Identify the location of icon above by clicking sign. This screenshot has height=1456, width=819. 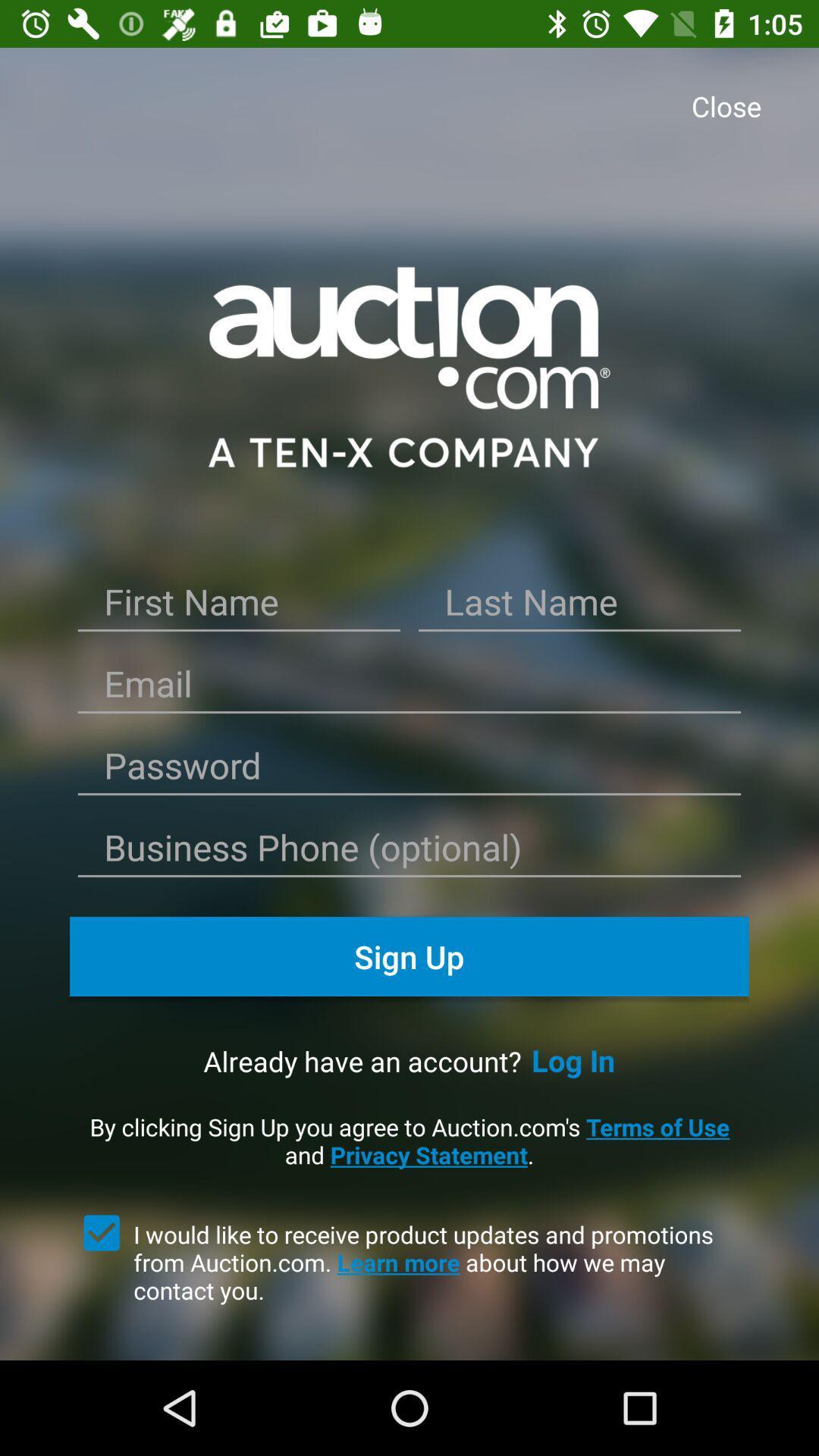
(573, 1059).